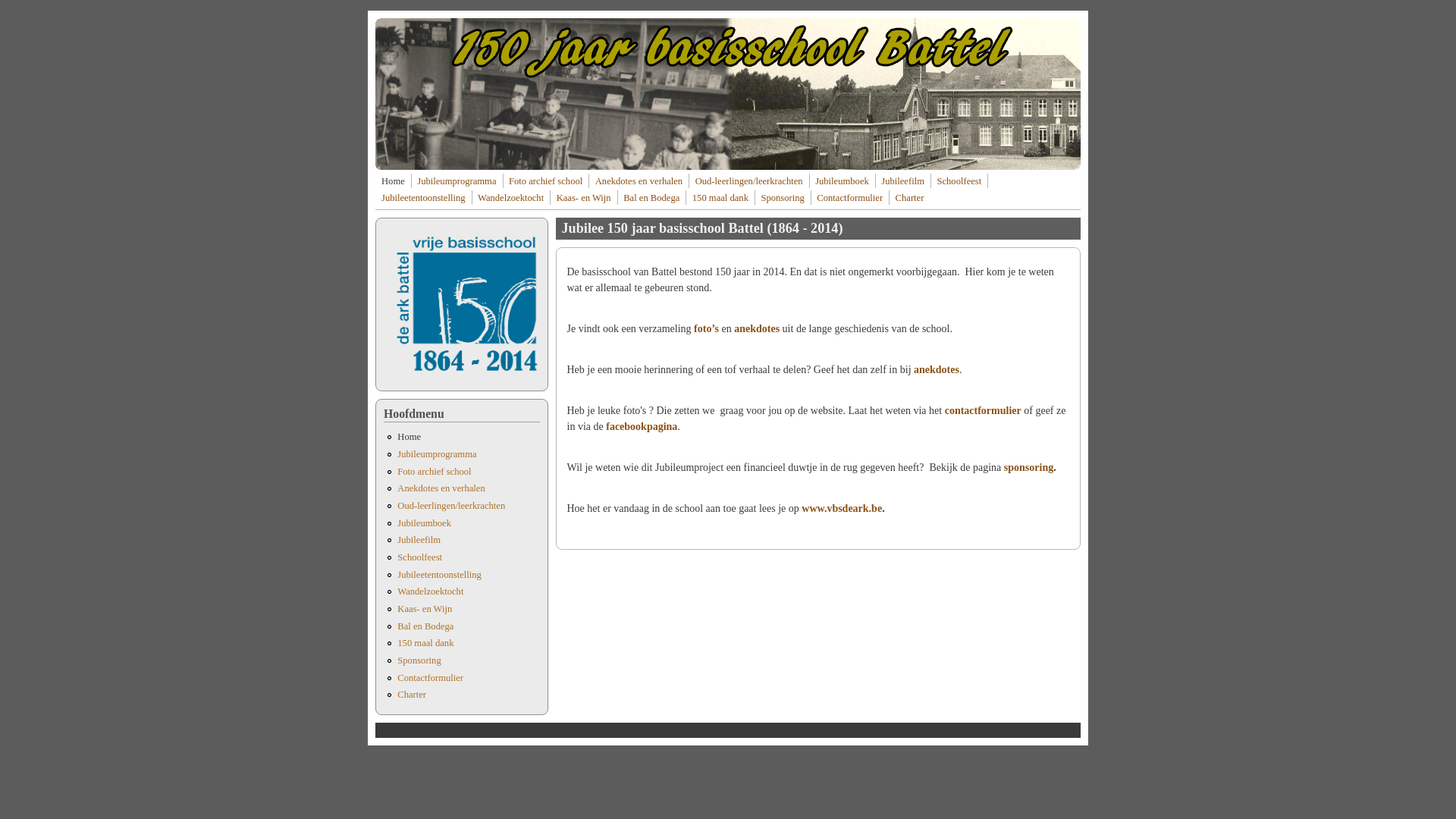 The image size is (1456, 819). What do you see at coordinates (433, 470) in the screenshot?
I see `'Foto archief school'` at bounding box center [433, 470].